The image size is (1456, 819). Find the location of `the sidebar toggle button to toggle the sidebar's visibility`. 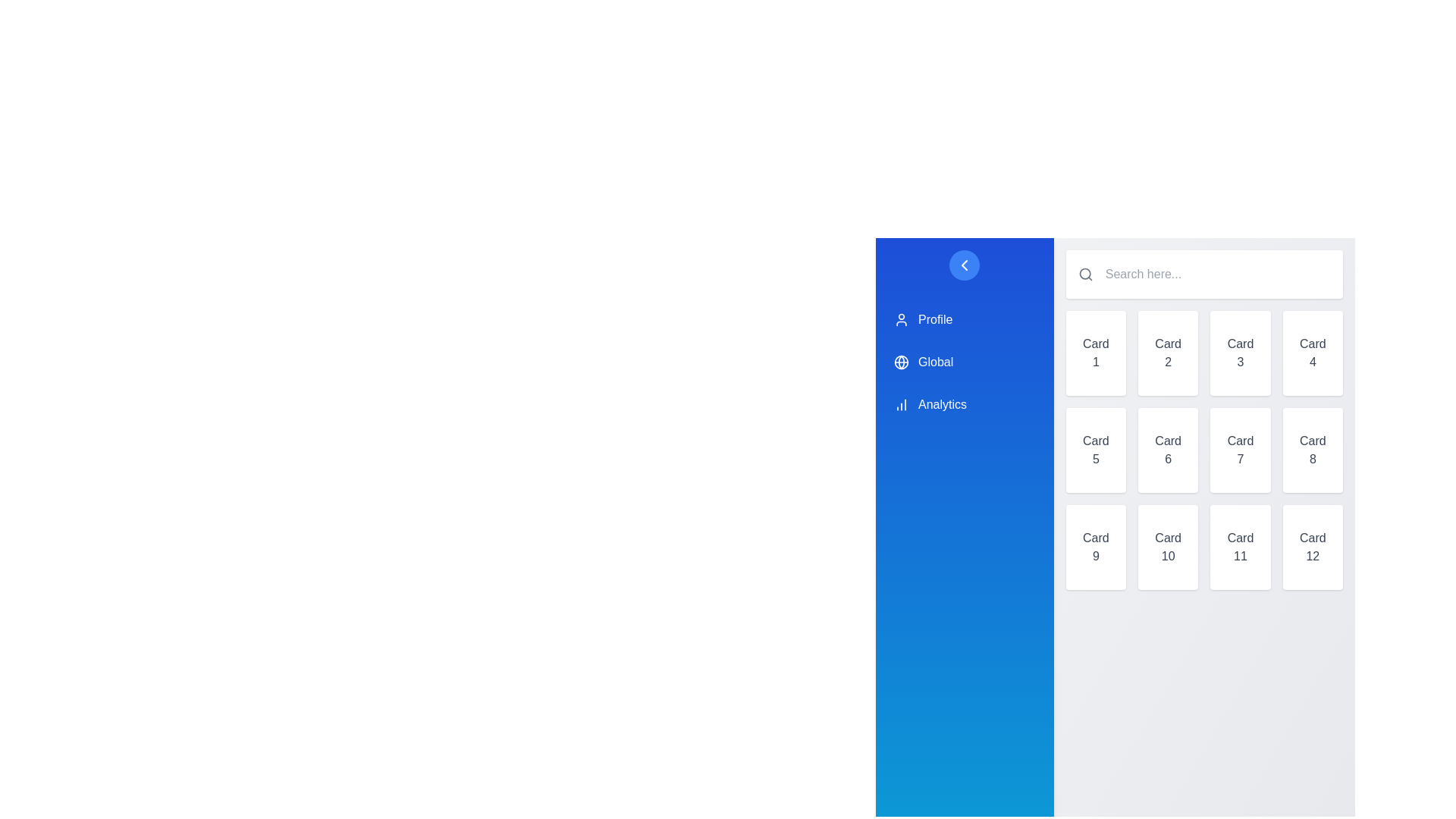

the sidebar toggle button to toggle the sidebar's visibility is located at coordinates (964, 265).